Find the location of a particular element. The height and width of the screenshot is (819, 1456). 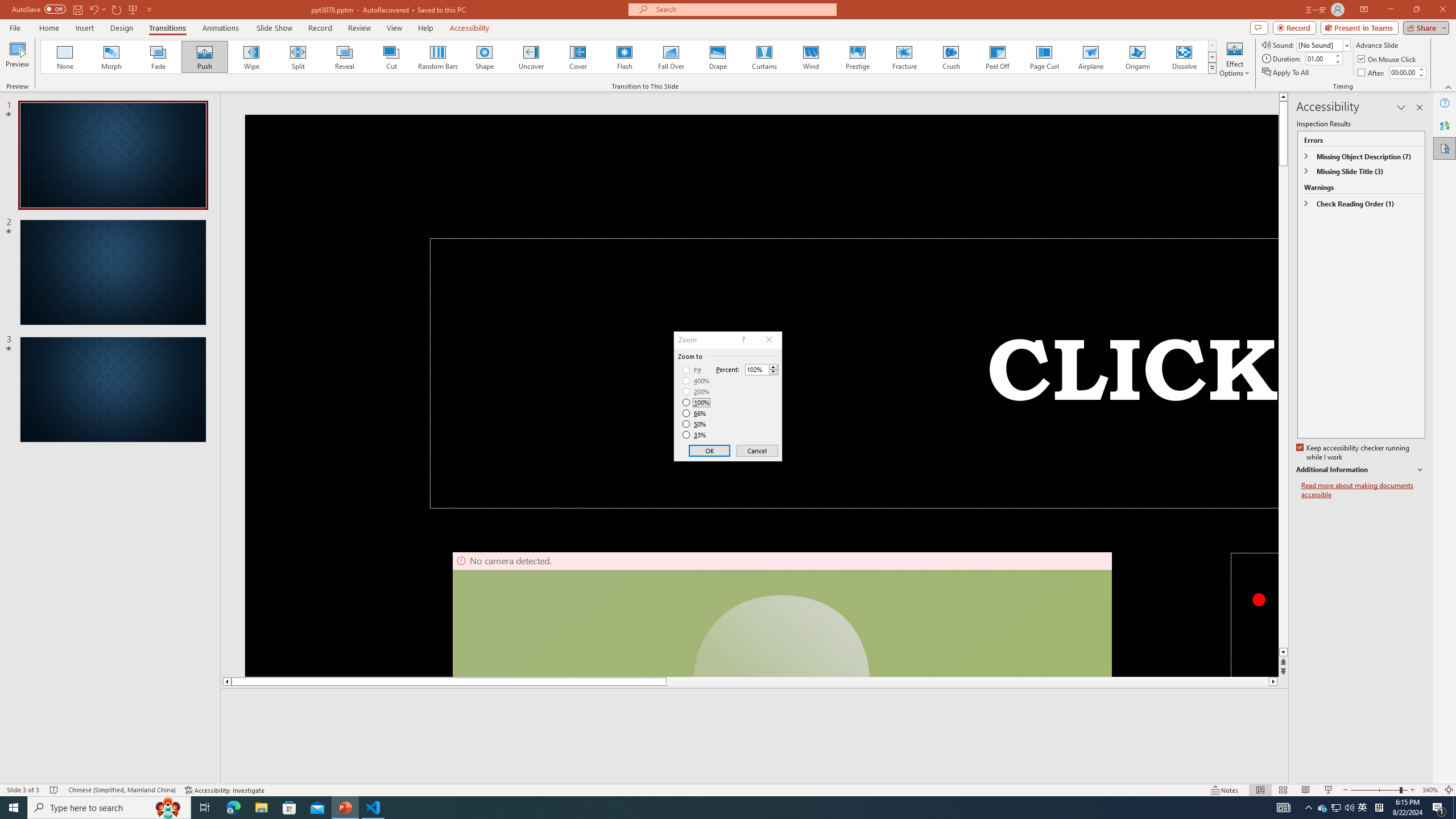

'Context help' is located at coordinates (742, 340).